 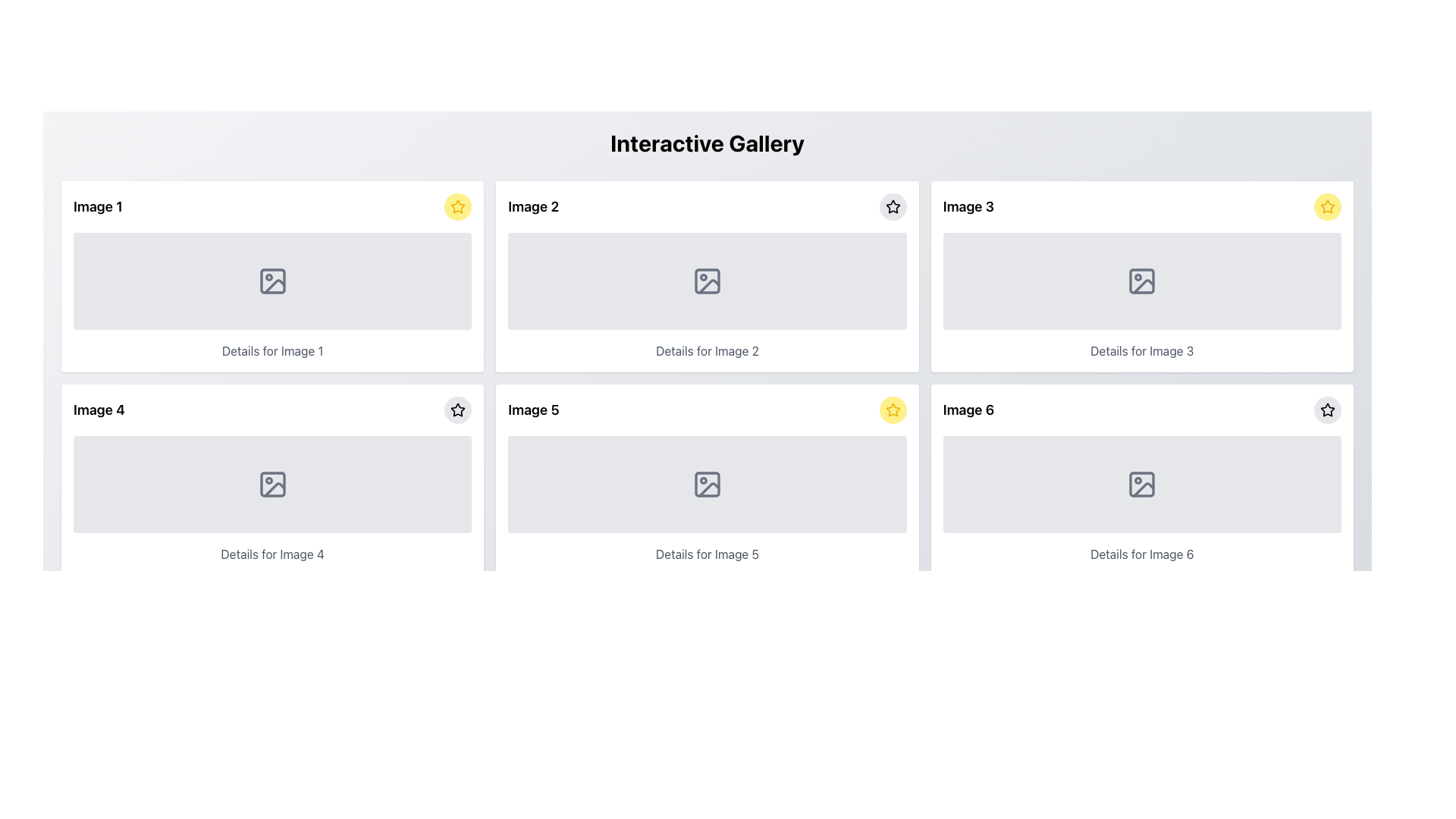 I want to click on the text element labeled 'Image 6', which serves as the title for the sixth image in the gallery layout, located above the interactive button and associated image, so click(x=968, y=409).